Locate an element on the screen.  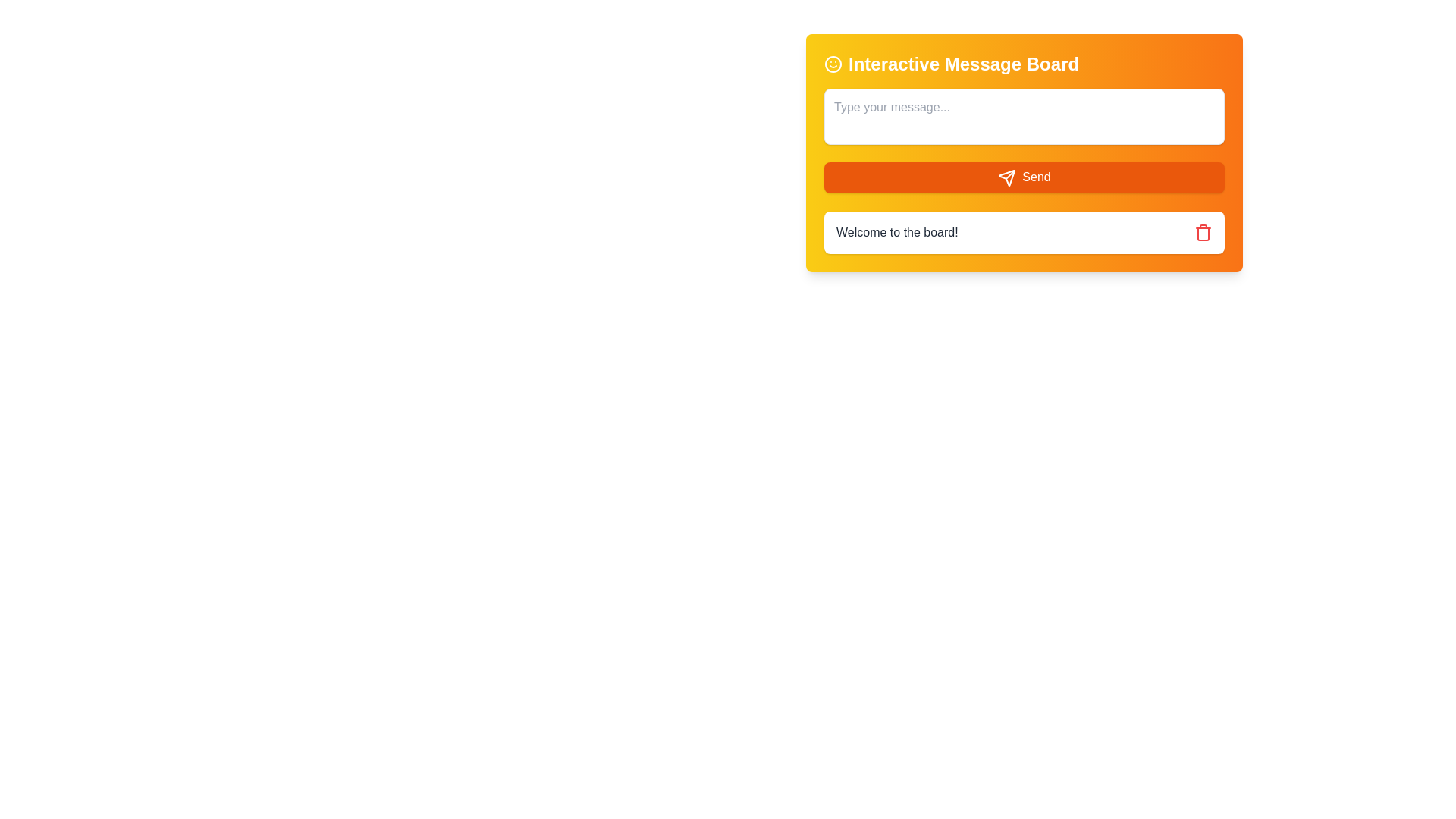
the text label that reads 'Welcome to the board!', which is styled in light gray on a white background and located towards the bottom middle of the interface is located at coordinates (897, 232).